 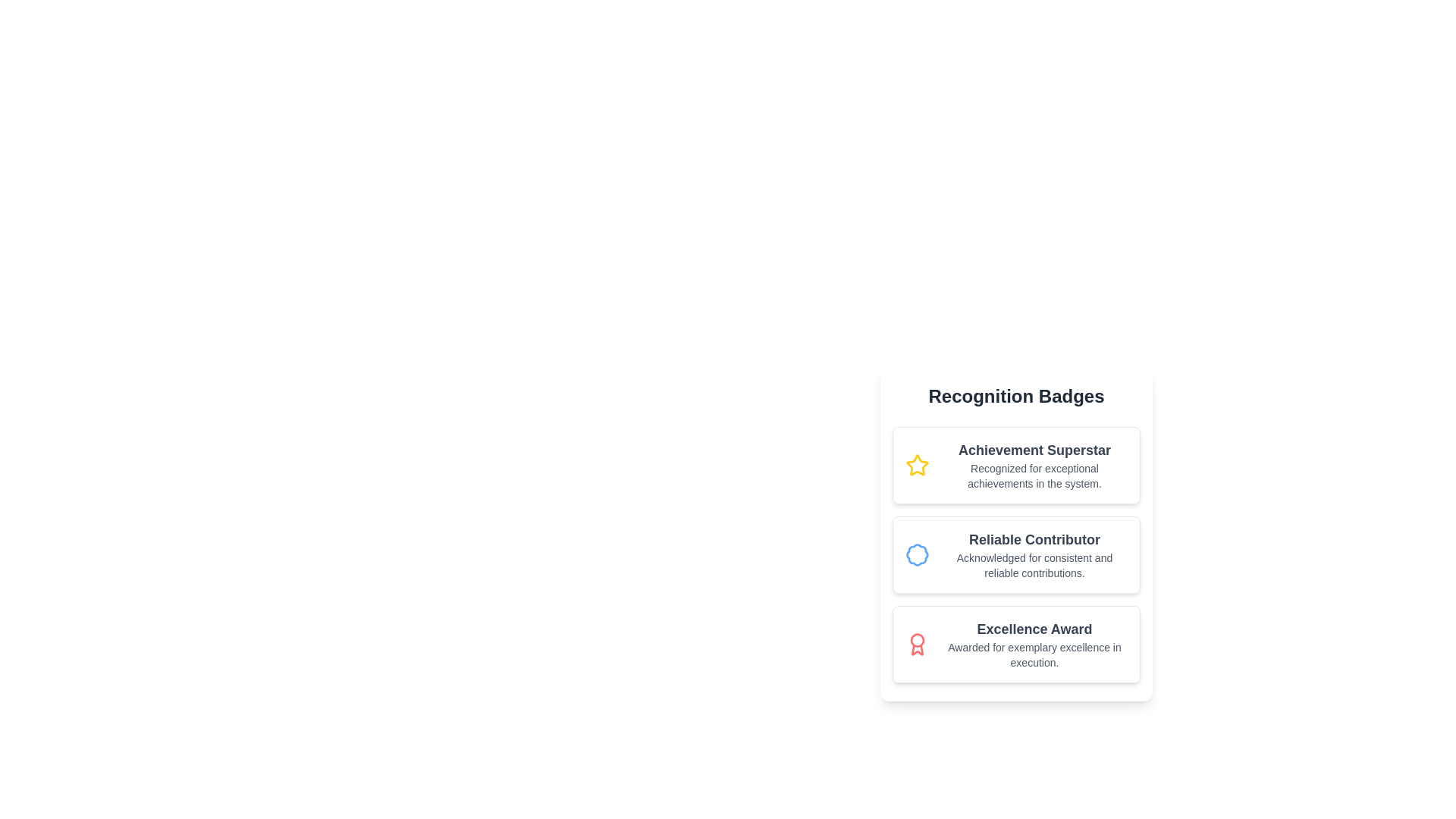 I want to click on the text label that serves as the title for the second badge card in the 'Recognition Badges' list, which describes the badge type, so click(x=1034, y=539).